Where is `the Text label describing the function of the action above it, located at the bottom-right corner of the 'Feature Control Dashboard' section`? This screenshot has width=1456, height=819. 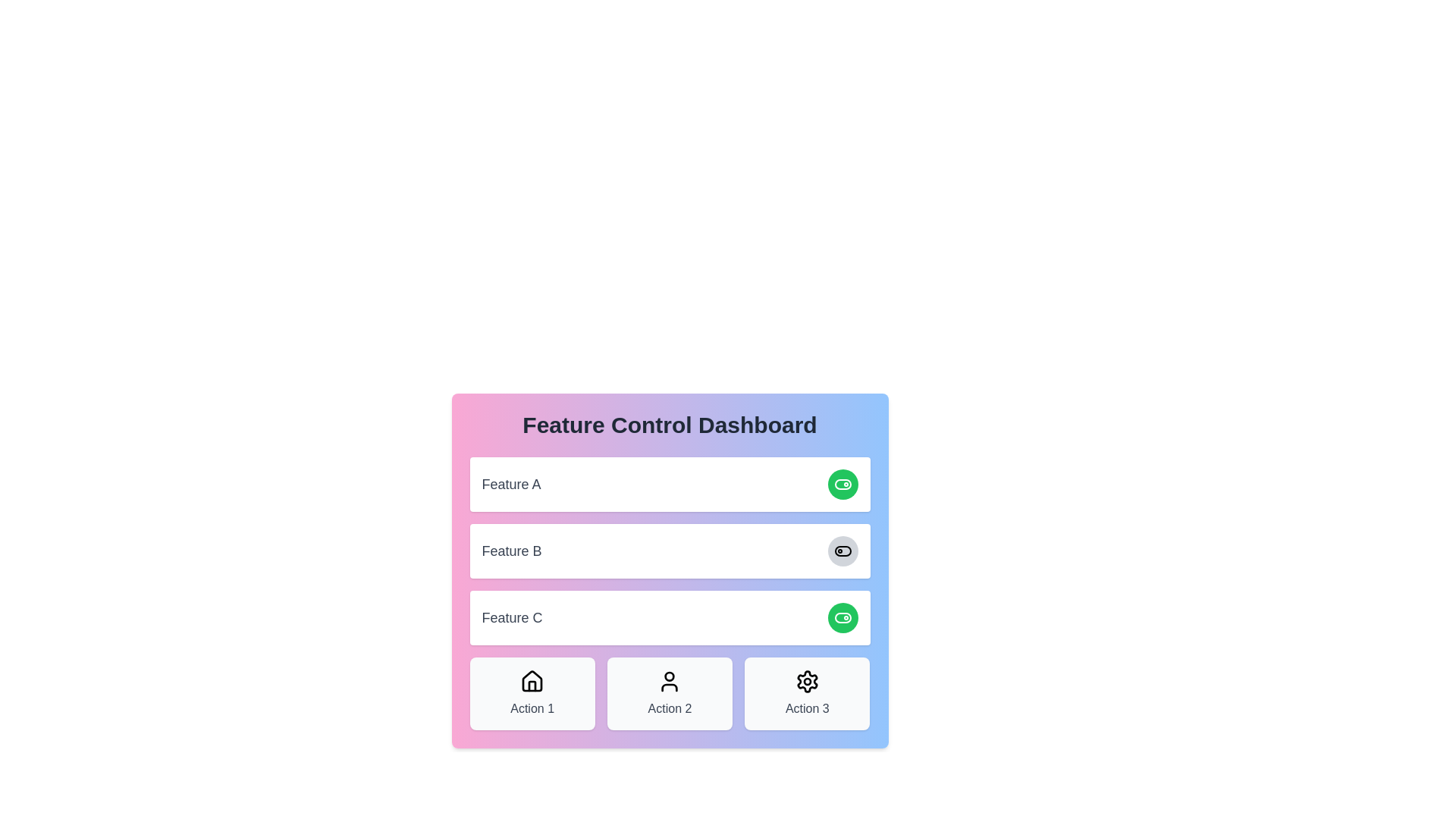
the Text label describing the function of the action above it, located at the bottom-right corner of the 'Feature Control Dashboard' section is located at coordinates (806, 708).